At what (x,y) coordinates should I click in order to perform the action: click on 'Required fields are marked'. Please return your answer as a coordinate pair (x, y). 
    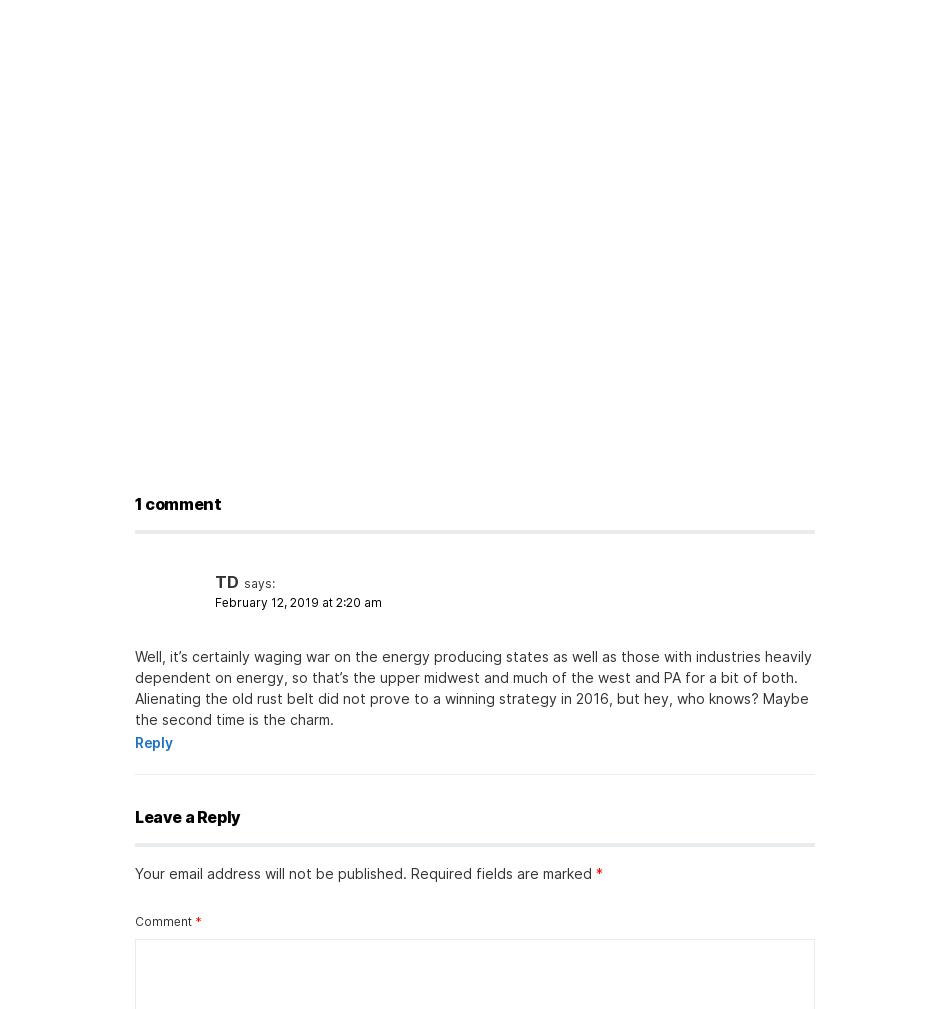
    Looking at the image, I should click on (409, 873).